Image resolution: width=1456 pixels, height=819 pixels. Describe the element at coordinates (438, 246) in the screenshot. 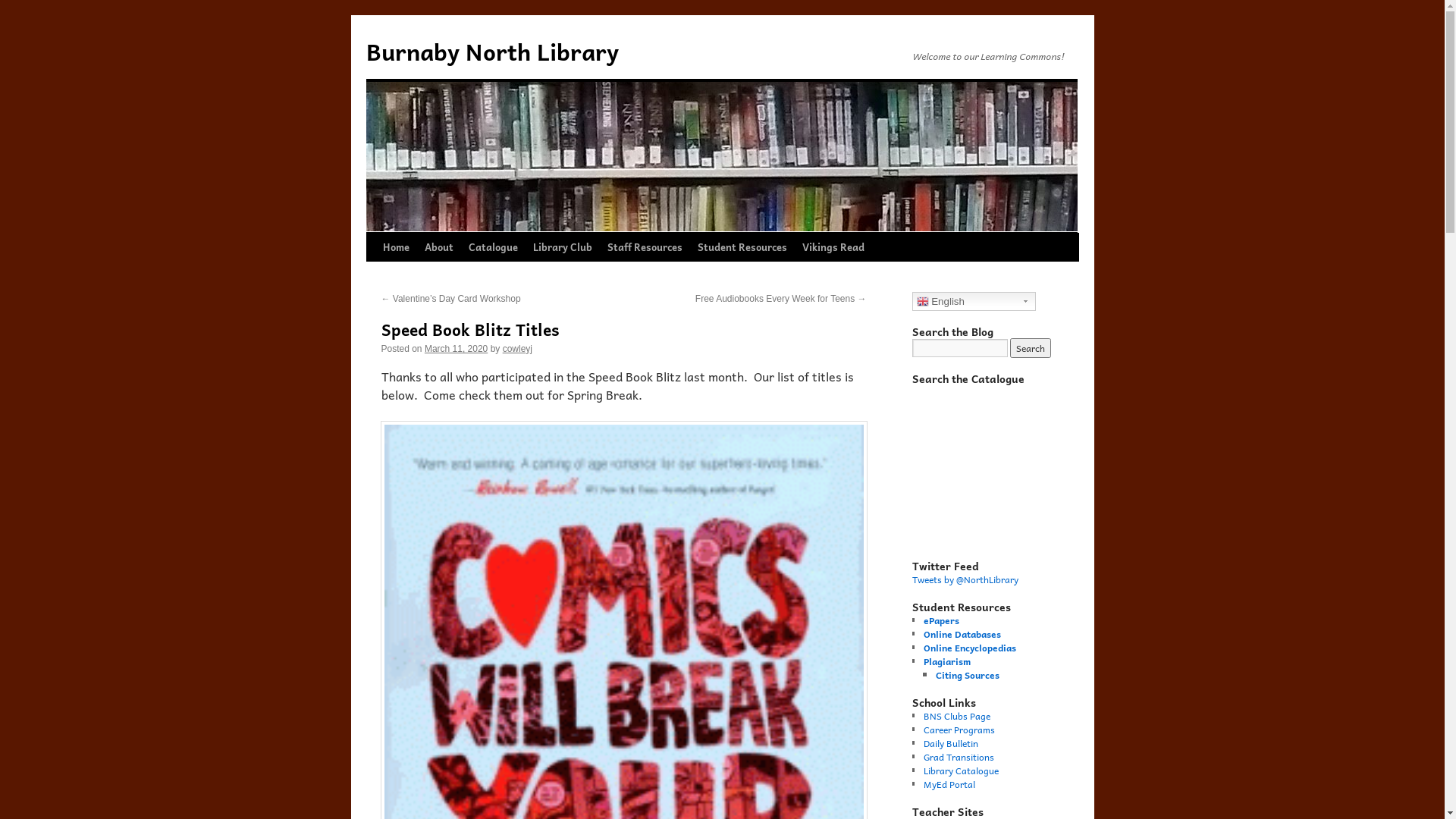

I see `'About'` at that location.